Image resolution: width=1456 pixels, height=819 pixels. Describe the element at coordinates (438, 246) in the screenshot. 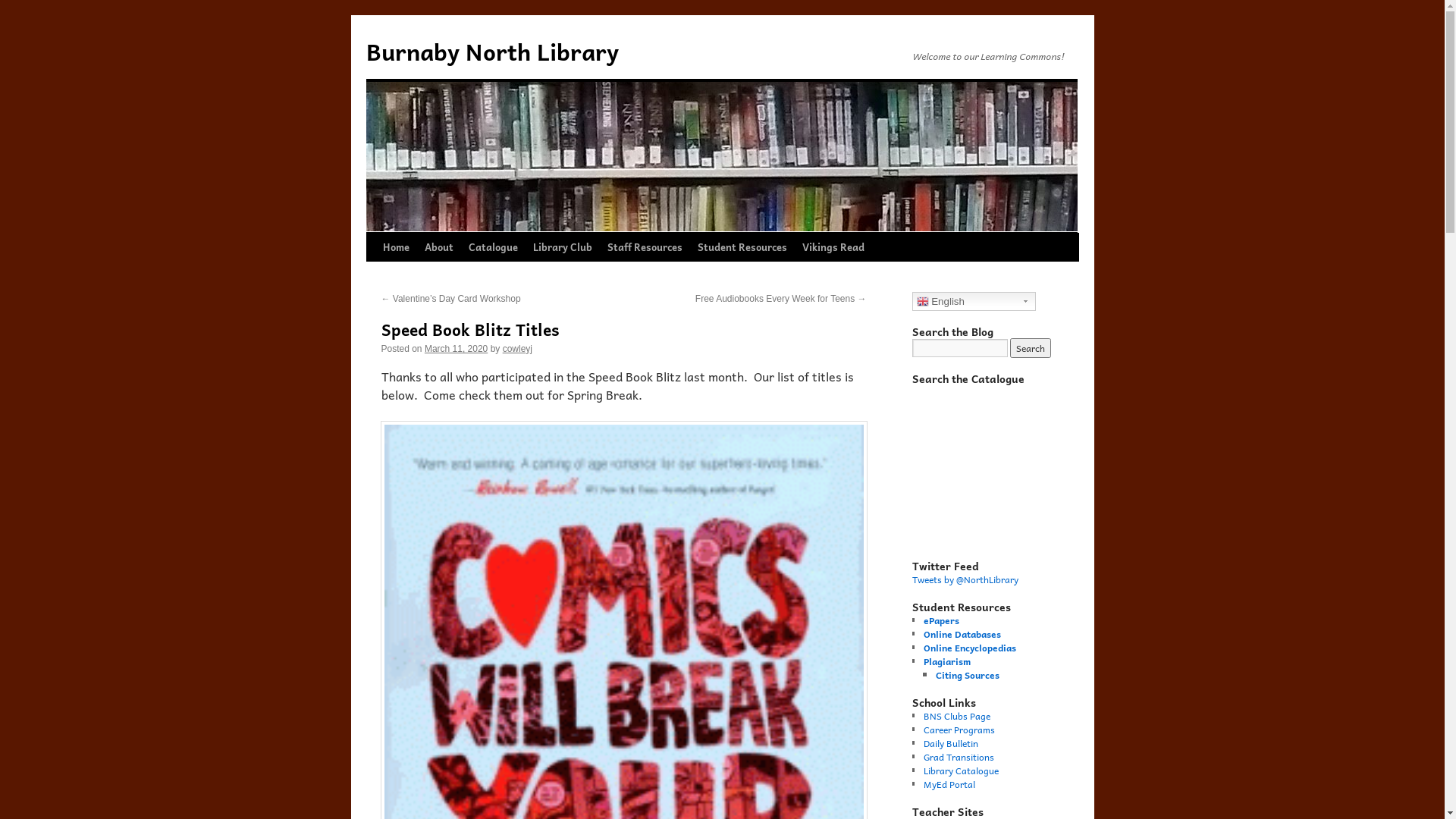

I see `'About'` at that location.